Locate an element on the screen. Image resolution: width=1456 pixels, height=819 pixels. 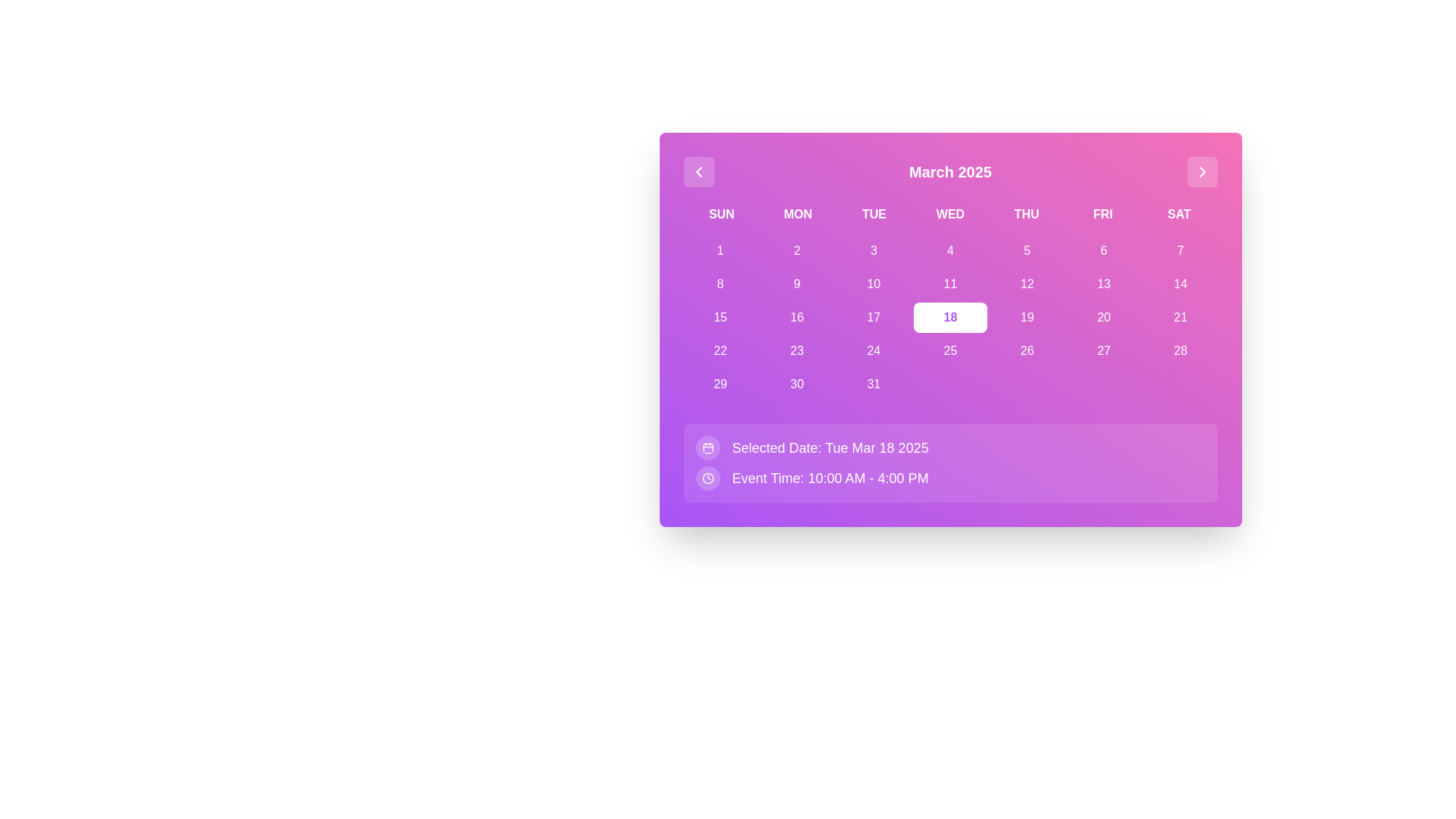
the 'Sun' text label, which is the first element in a row of days of the week is located at coordinates (720, 214).